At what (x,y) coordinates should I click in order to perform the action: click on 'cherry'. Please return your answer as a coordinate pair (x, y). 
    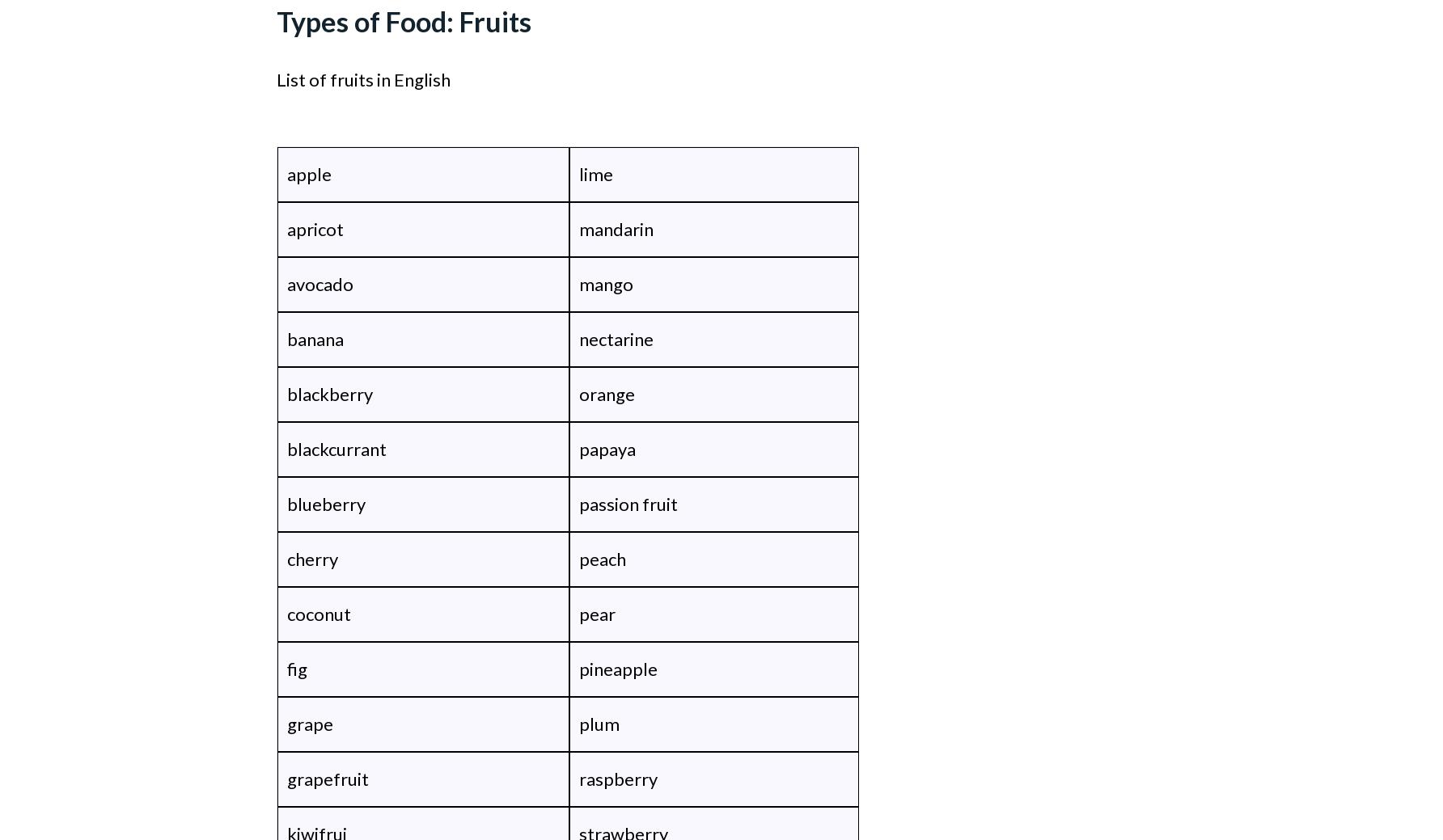
    Looking at the image, I should click on (311, 559).